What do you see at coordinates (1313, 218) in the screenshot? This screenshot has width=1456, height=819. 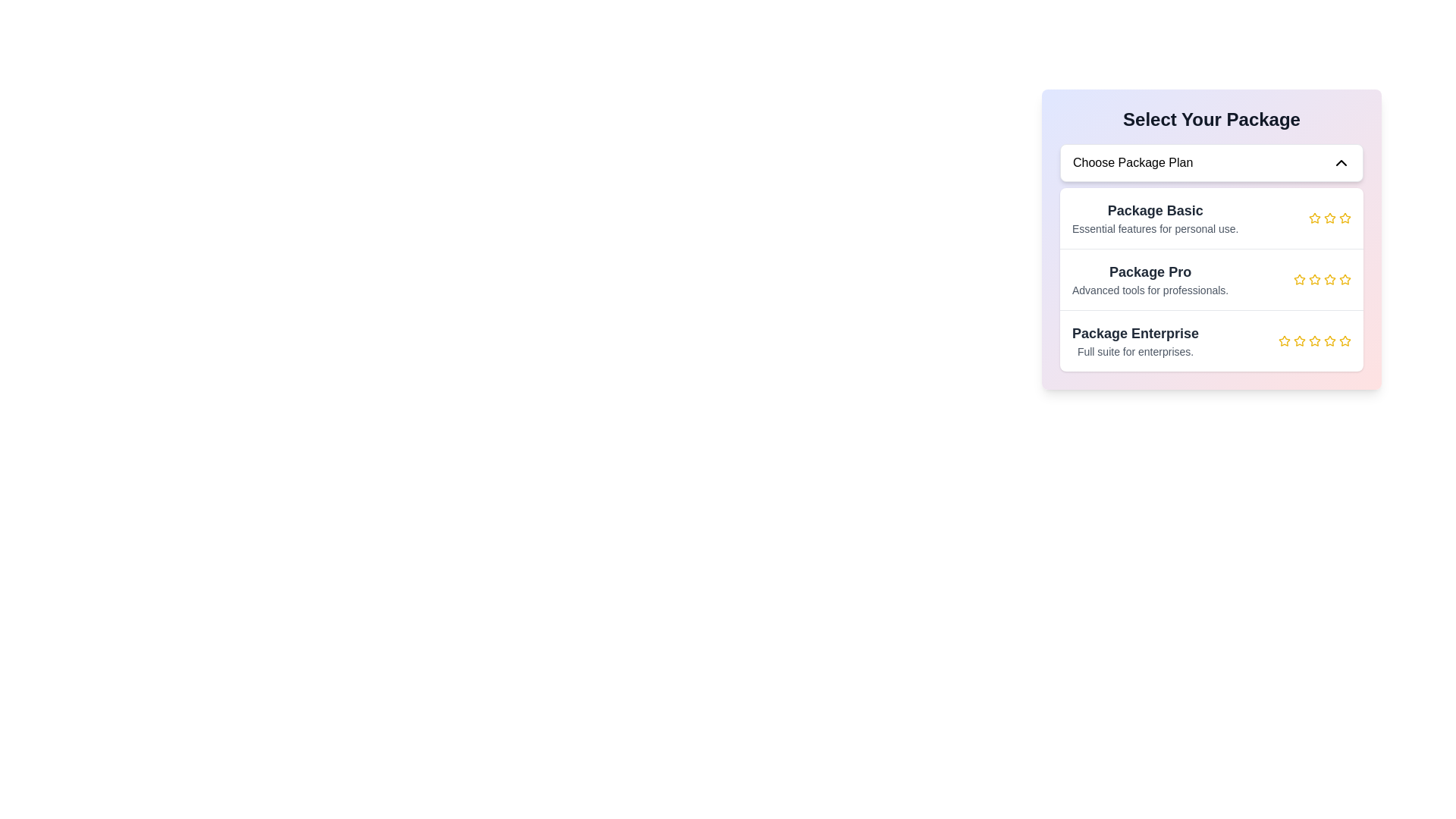 I see `the first star icon in the rating system for the 'Package Basic' entry in the package selection panel` at bounding box center [1313, 218].